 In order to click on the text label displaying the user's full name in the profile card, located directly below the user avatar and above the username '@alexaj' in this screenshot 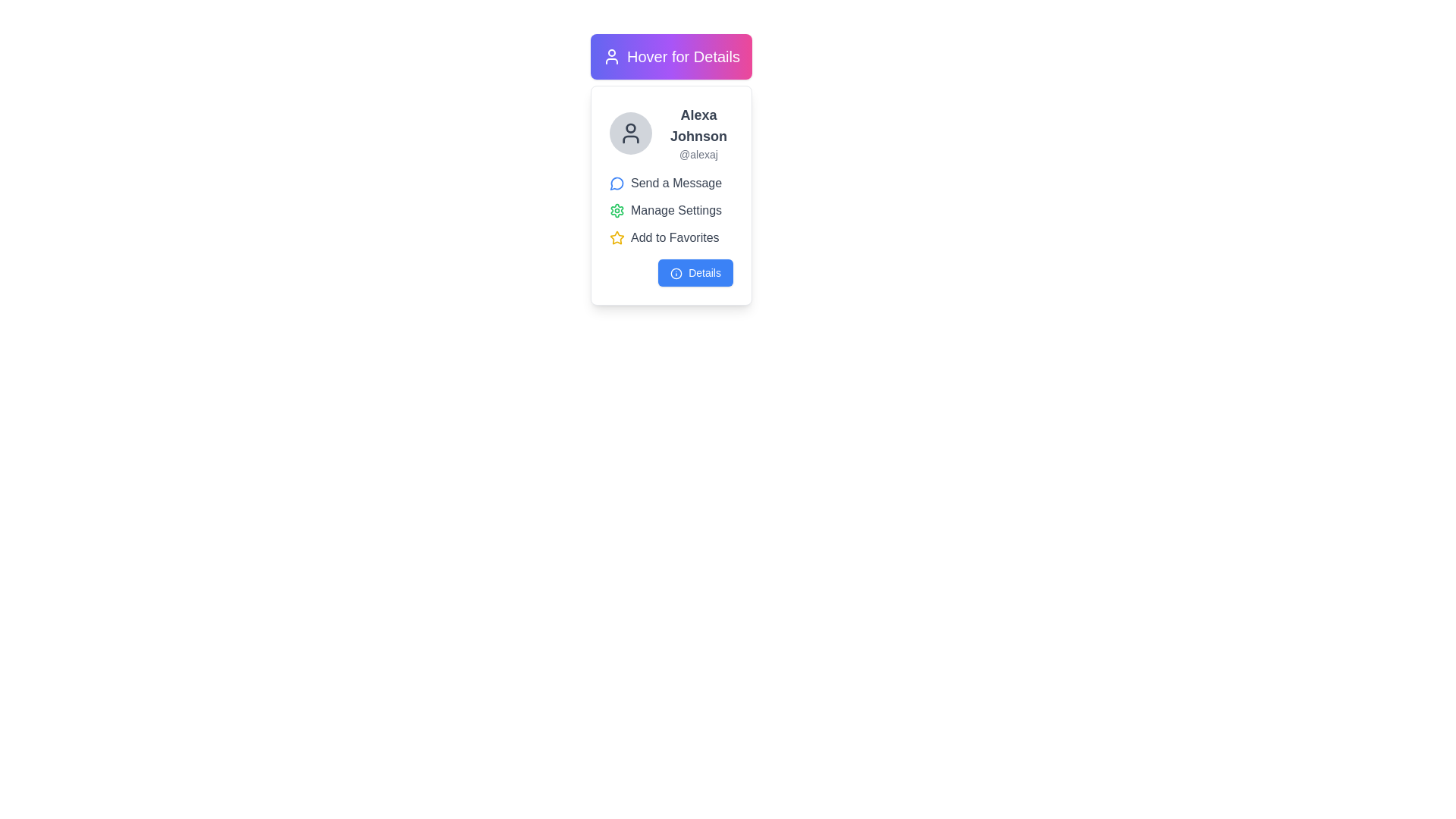, I will do `click(698, 124)`.